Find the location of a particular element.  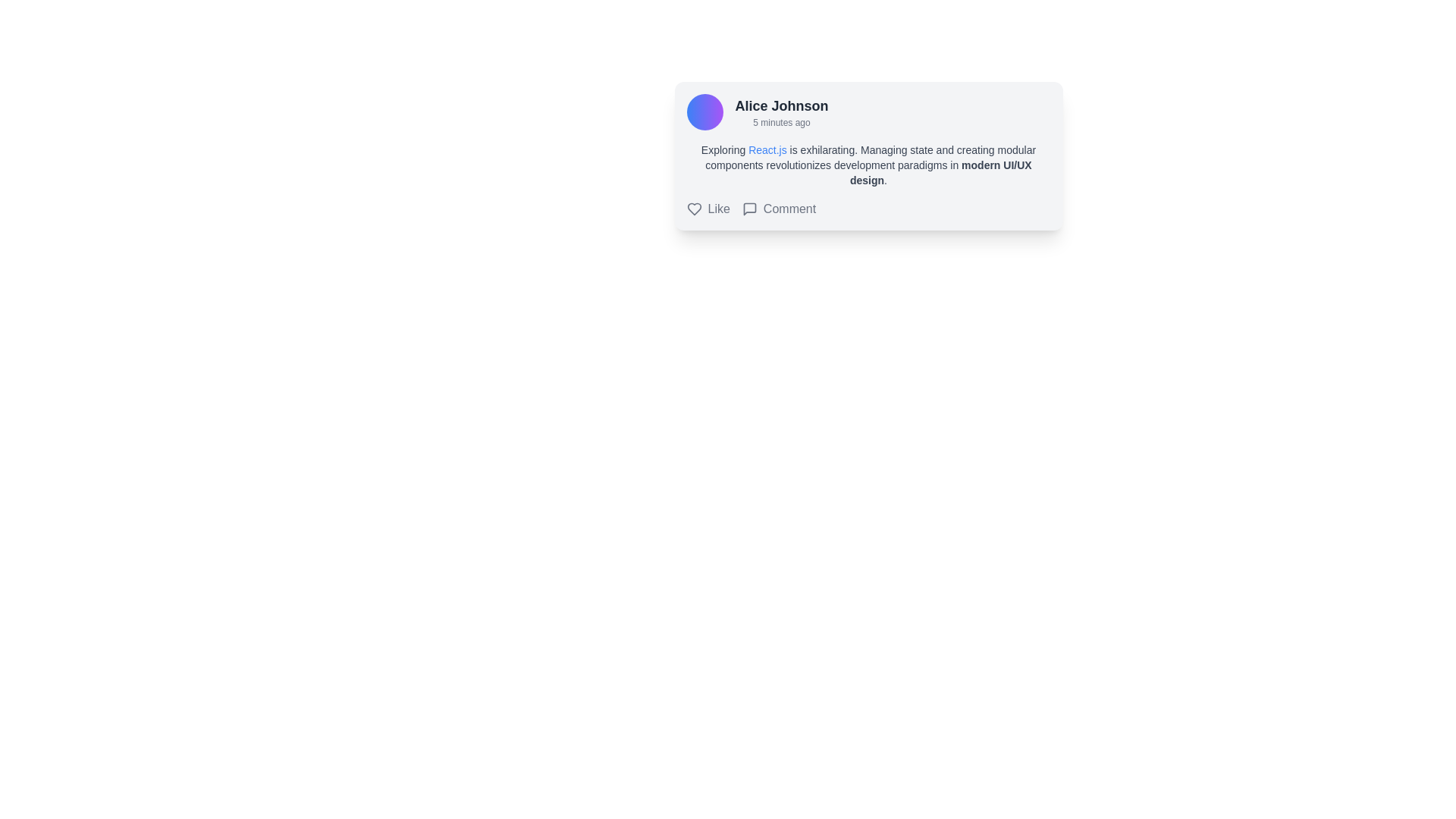

the 'Comment' button with a speech bubble icon positioned to the right of the 'Like' option is located at coordinates (779, 209).